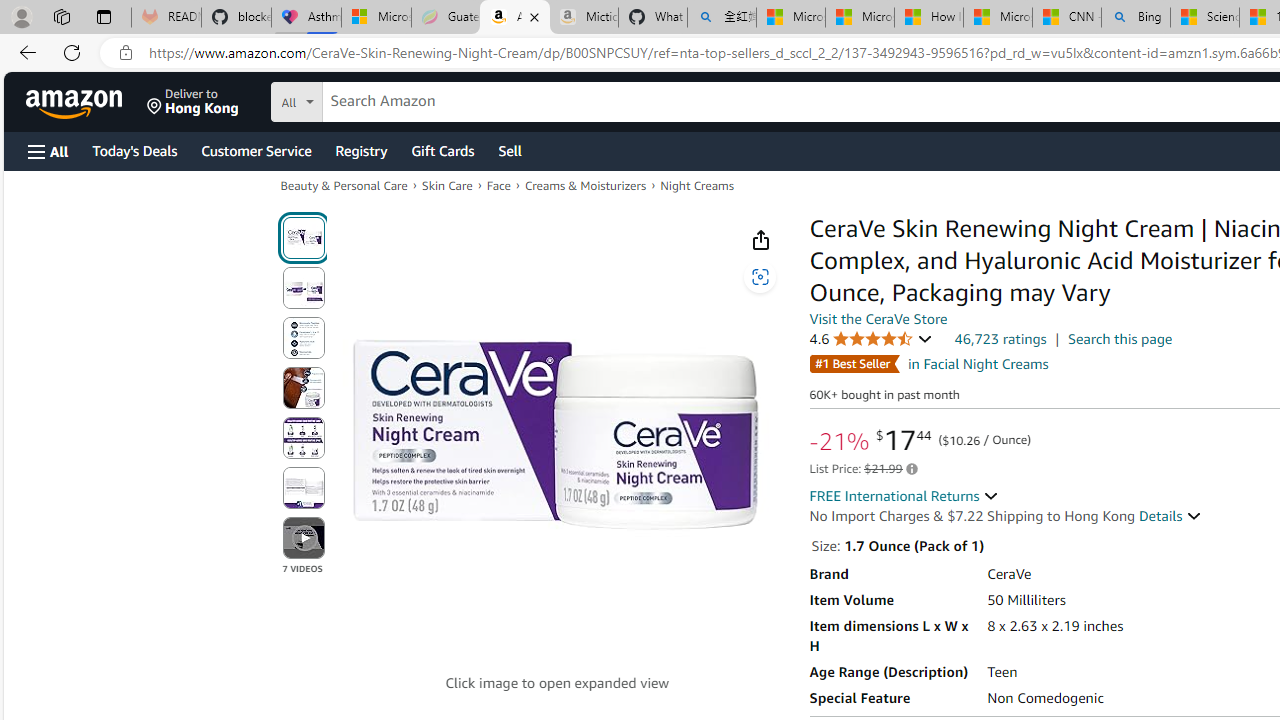  What do you see at coordinates (1120, 338) in the screenshot?
I see `'Search this page'` at bounding box center [1120, 338].